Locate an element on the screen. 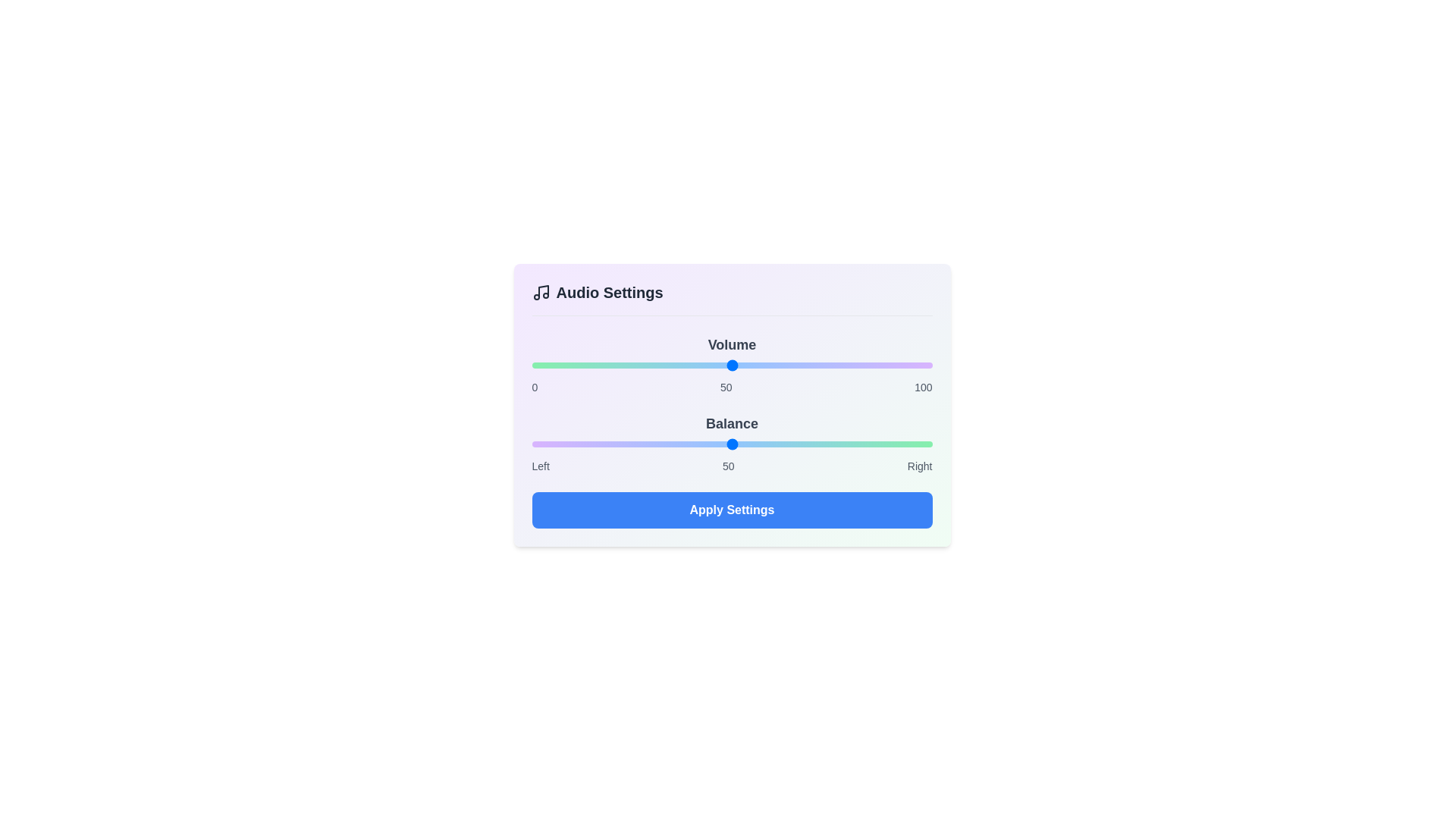 The height and width of the screenshot is (819, 1456). balance is located at coordinates (799, 444).